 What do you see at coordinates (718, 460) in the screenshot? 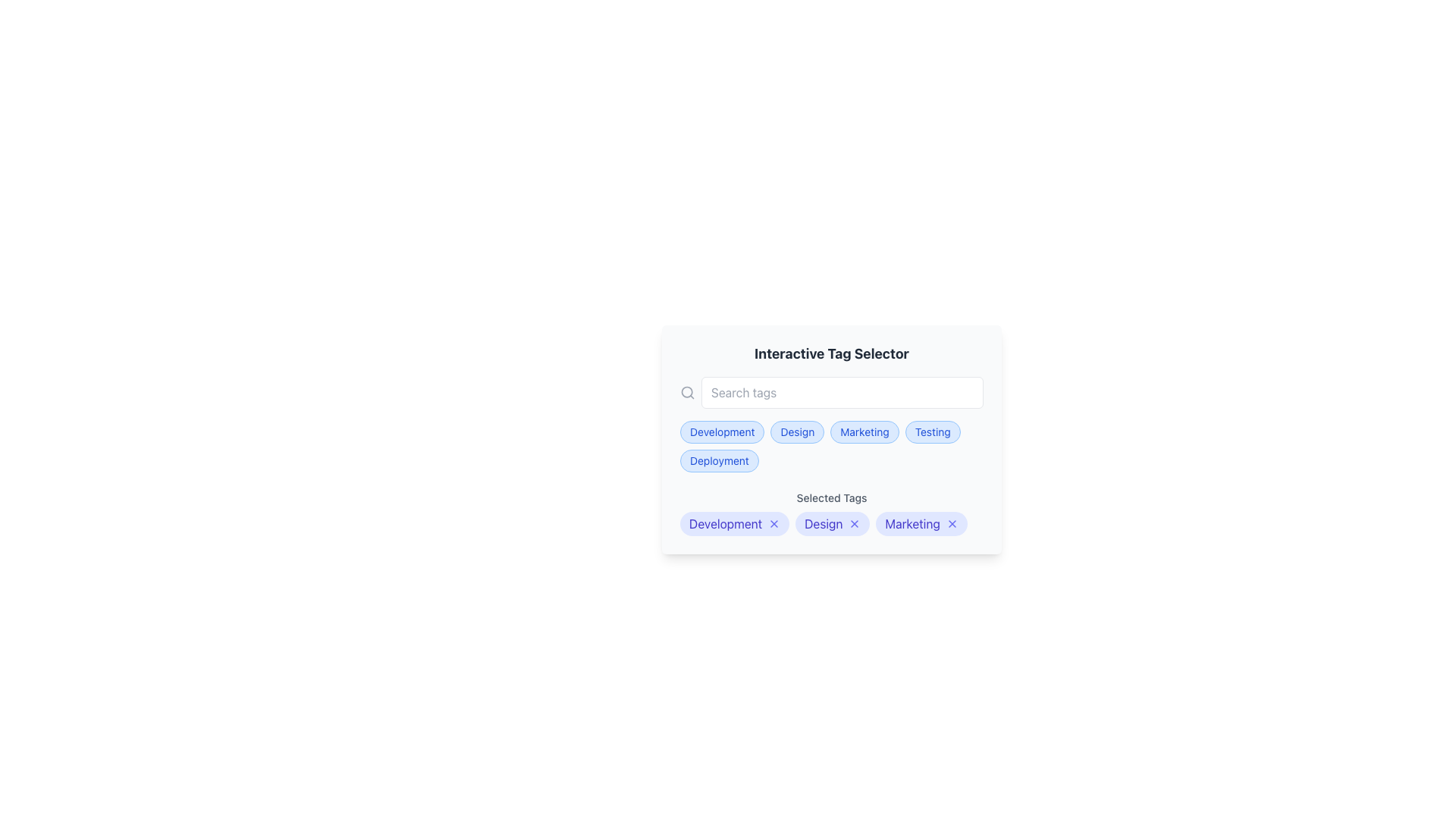
I see `the interactive tag button for the category 'Deployment'` at bounding box center [718, 460].